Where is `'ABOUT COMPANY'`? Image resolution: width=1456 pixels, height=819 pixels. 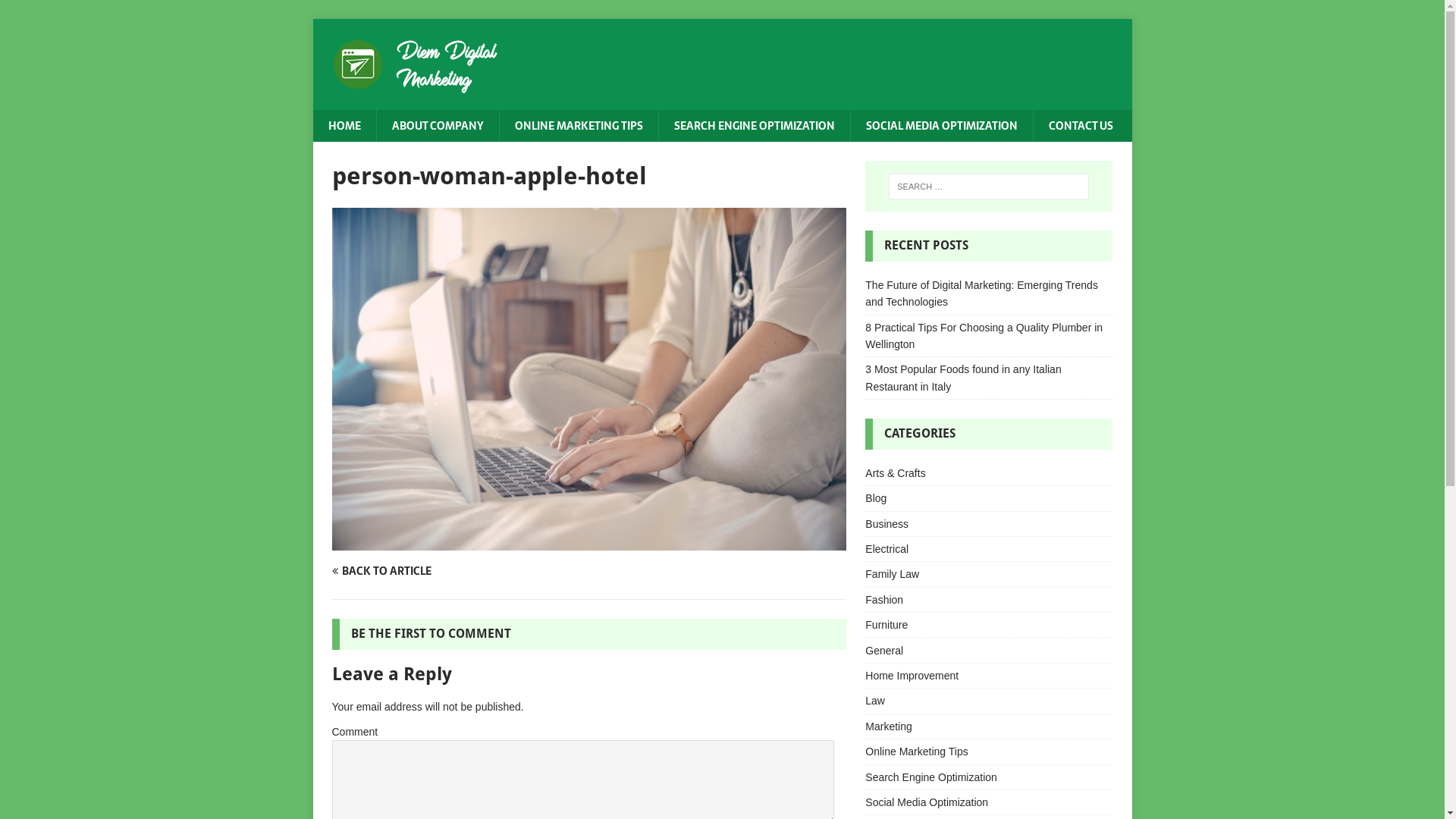
'ABOUT COMPANY' is located at coordinates (436, 124).